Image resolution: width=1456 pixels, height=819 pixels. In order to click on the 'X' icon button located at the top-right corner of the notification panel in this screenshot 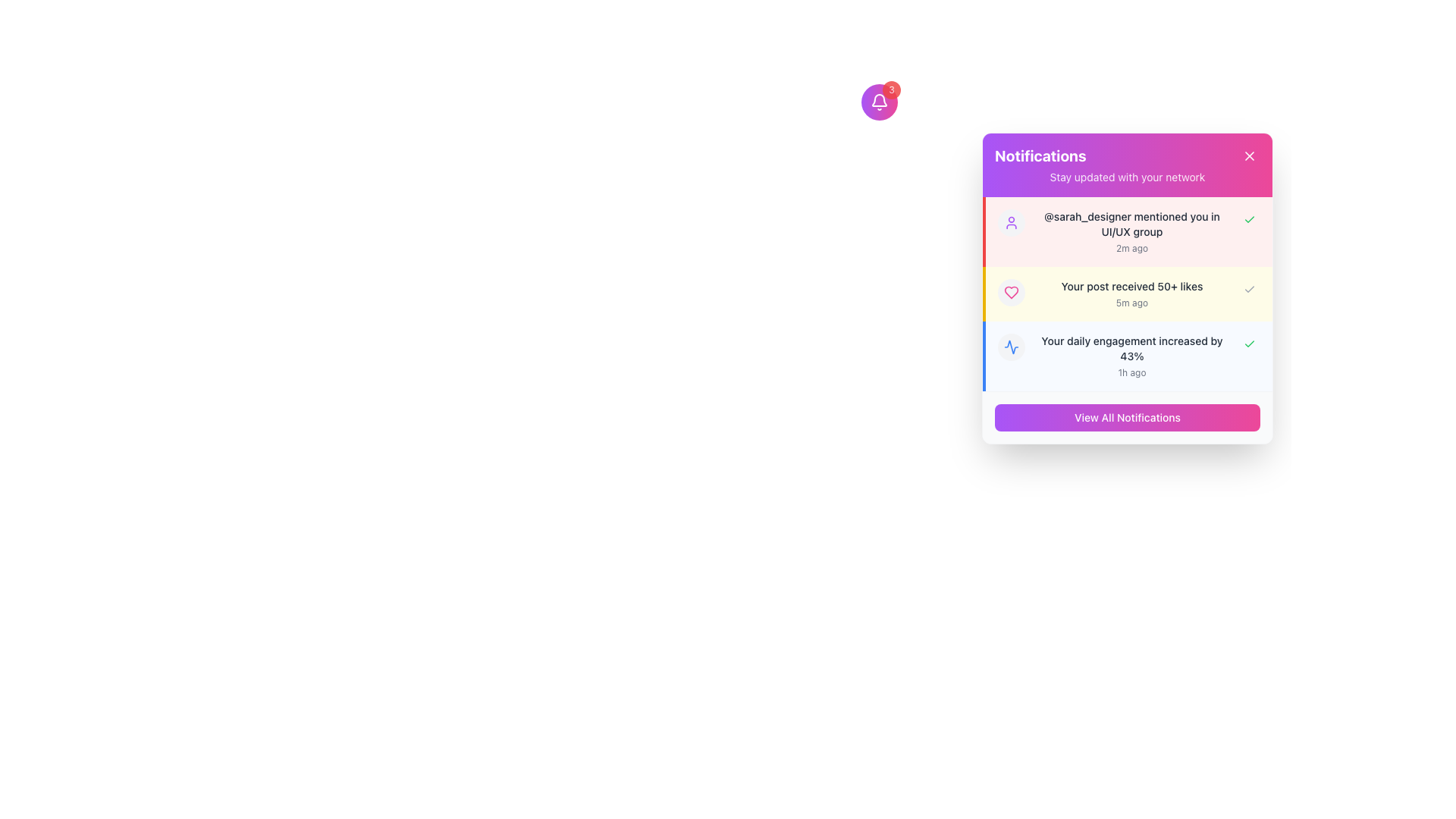, I will do `click(1249, 155)`.